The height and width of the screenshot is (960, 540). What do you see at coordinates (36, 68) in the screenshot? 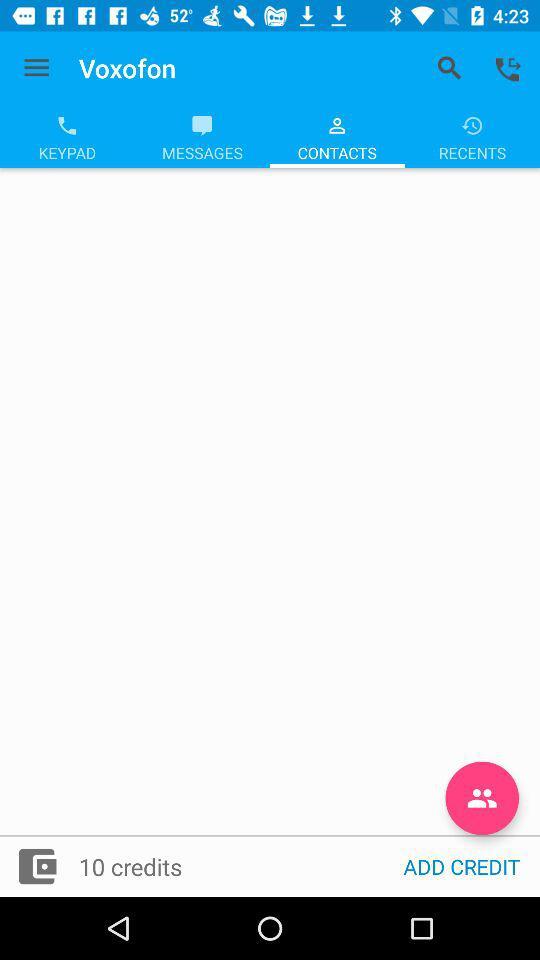
I see `item to the left of voxofon icon` at bounding box center [36, 68].